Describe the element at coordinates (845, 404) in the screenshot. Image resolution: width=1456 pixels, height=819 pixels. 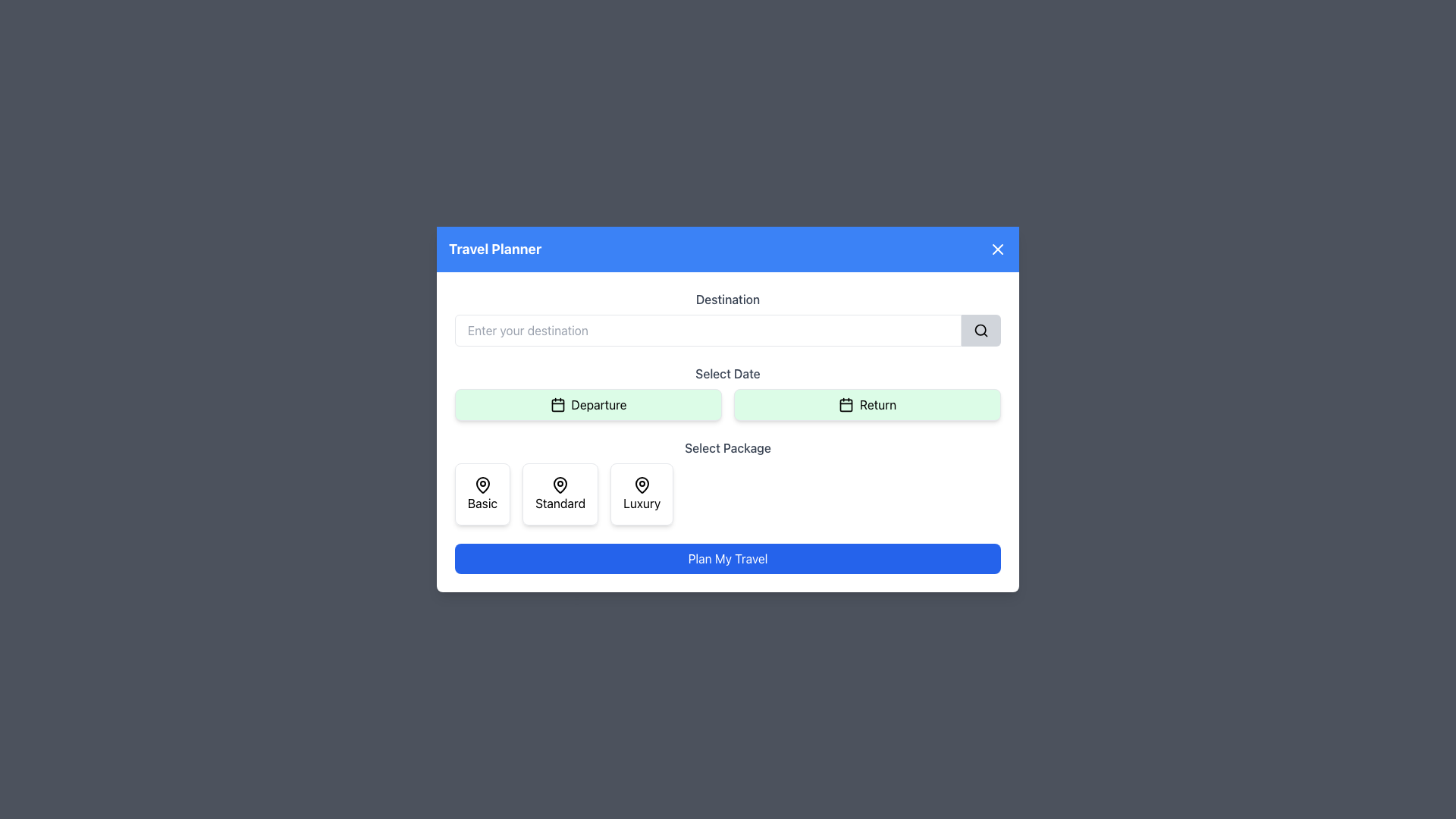
I see `structural graphic element, a rectangular object with rounded corners, within the calendar icon's 'Return' button under the 'Select Date' section` at that location.